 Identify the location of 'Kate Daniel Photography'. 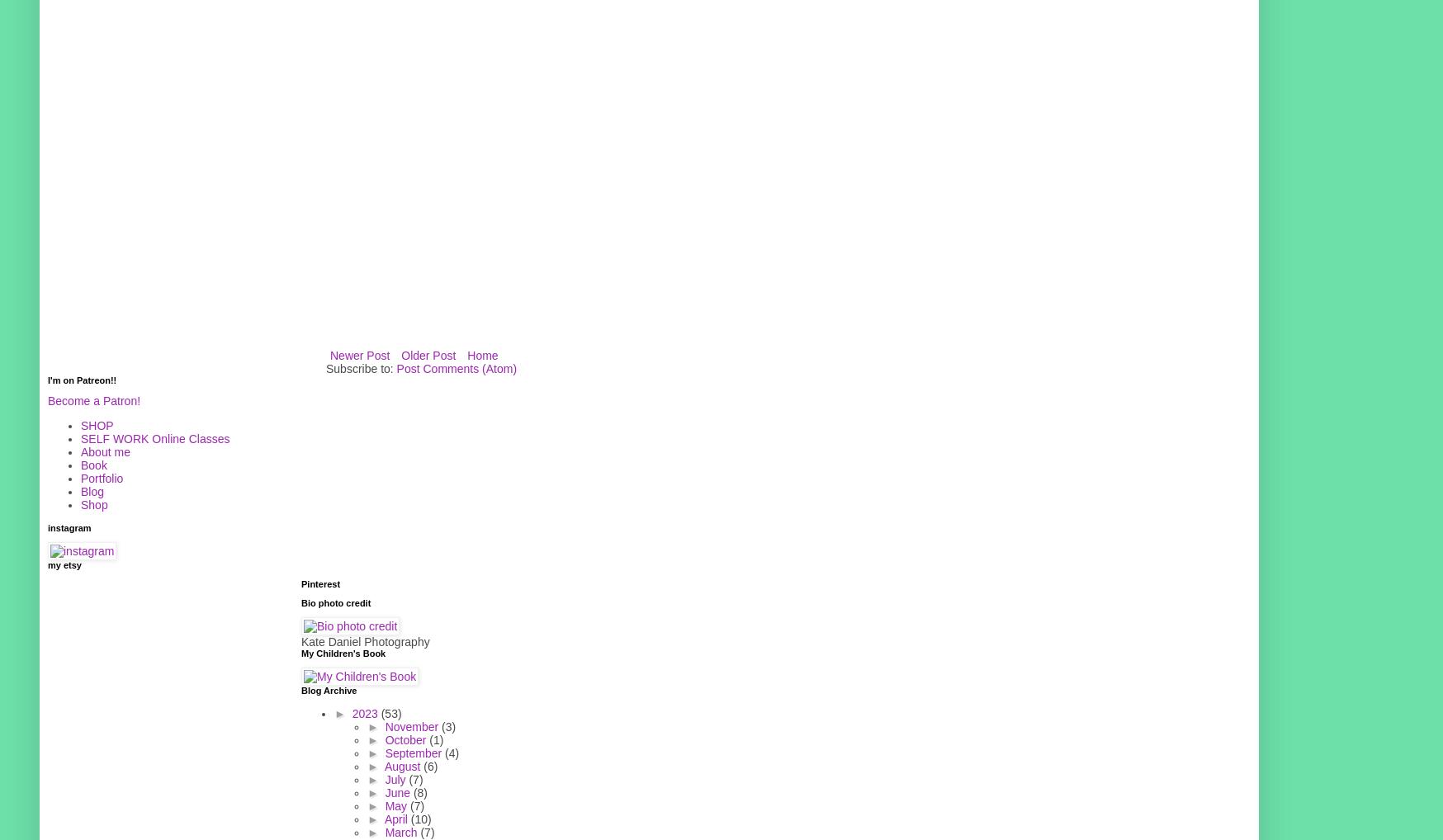
(364, 641).